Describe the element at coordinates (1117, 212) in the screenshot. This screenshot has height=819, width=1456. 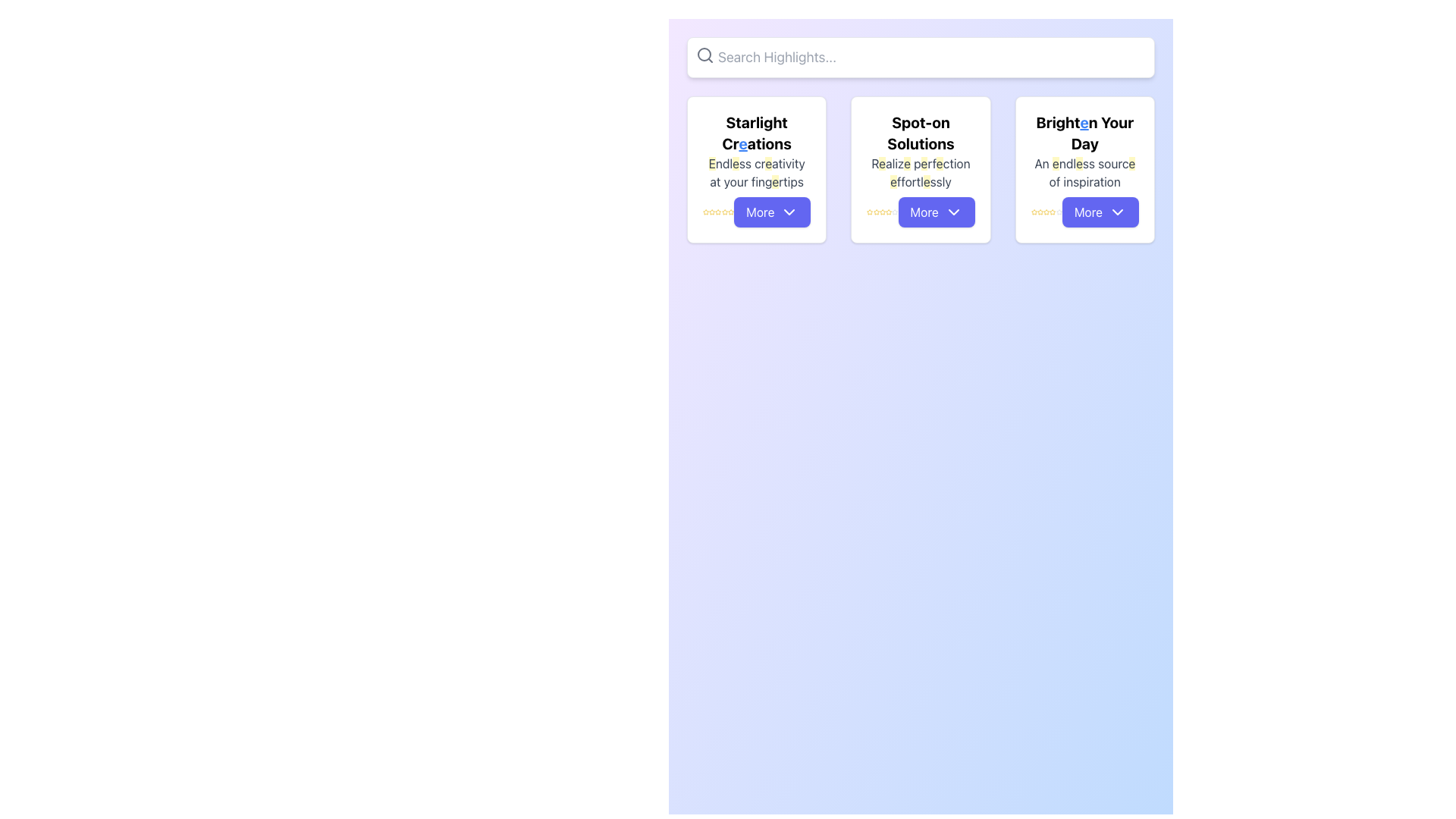
I see `the chevron icon indicating drop-down functionality within the rightmost 'More' button of the 'Brighten Your Day' card` at that location.